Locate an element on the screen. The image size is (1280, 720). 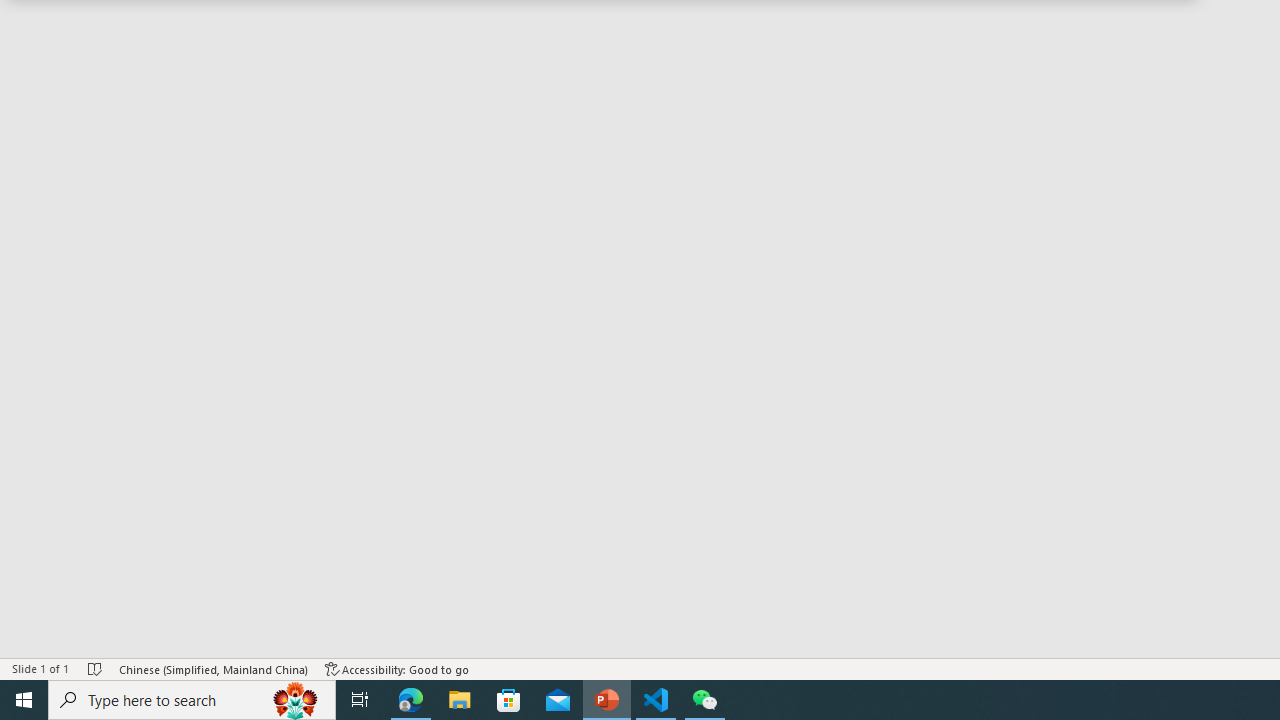
'Task View' is located at coordinates (359, 698).